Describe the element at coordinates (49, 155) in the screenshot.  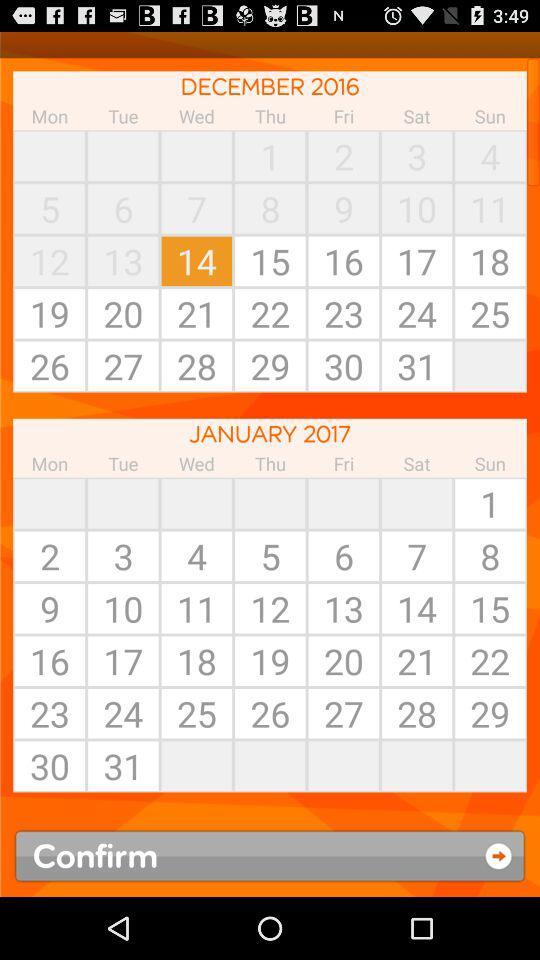
I see `the icon next to tue app` at that location.